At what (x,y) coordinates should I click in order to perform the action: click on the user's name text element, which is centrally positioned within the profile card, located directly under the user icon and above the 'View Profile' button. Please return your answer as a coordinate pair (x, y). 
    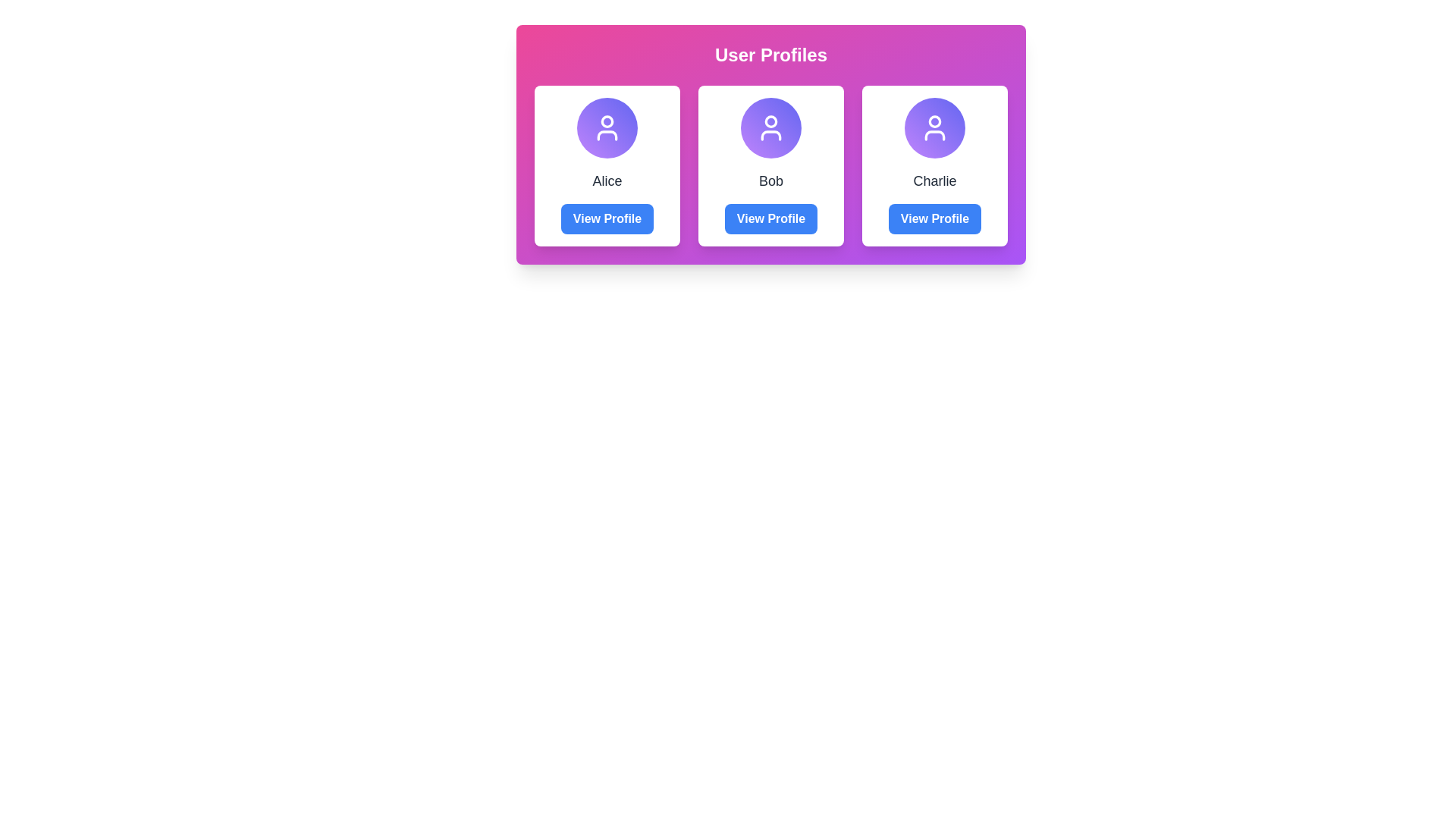
    Looking at the image, I should click on (607, 180).